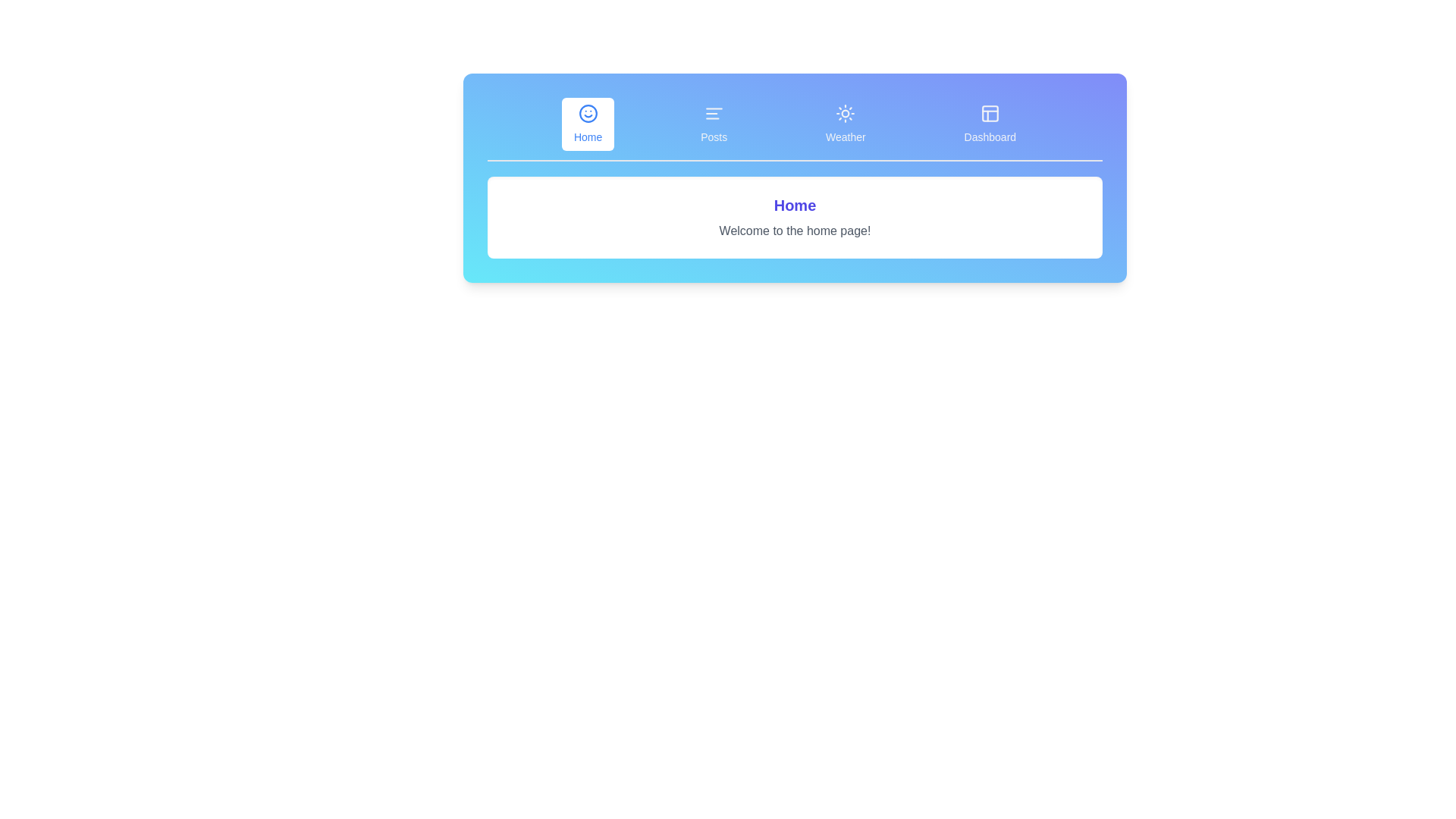 This screenshot has height=819, width=1456. I want to click on the tab labeled Home to observe the effect, so click(587, 124).